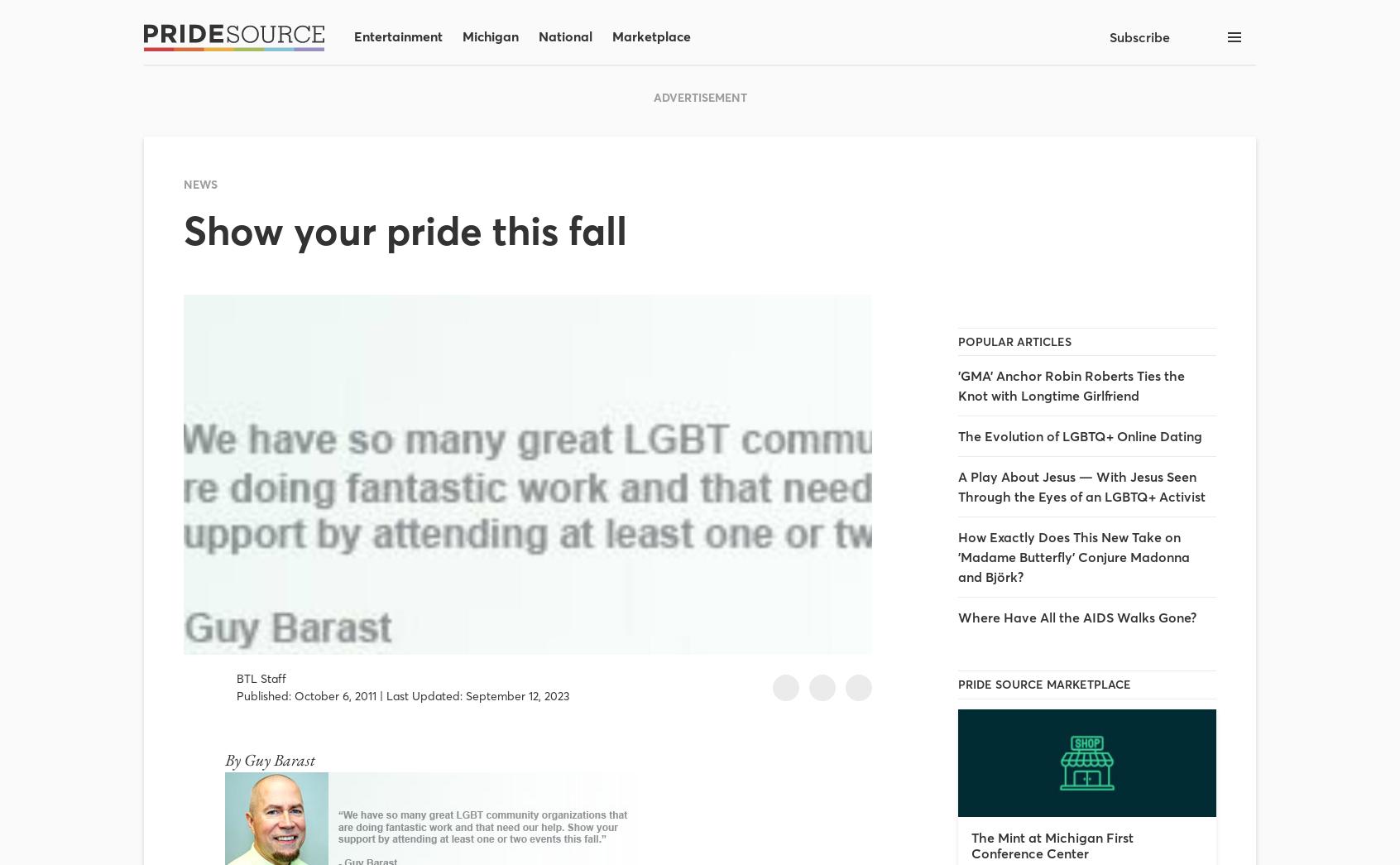 This screenshot has height=865, width=1400. What do you see at coordinates (223, 119) in the screenshot?
I see `'Michigan'` at bounding box center [223, 119].